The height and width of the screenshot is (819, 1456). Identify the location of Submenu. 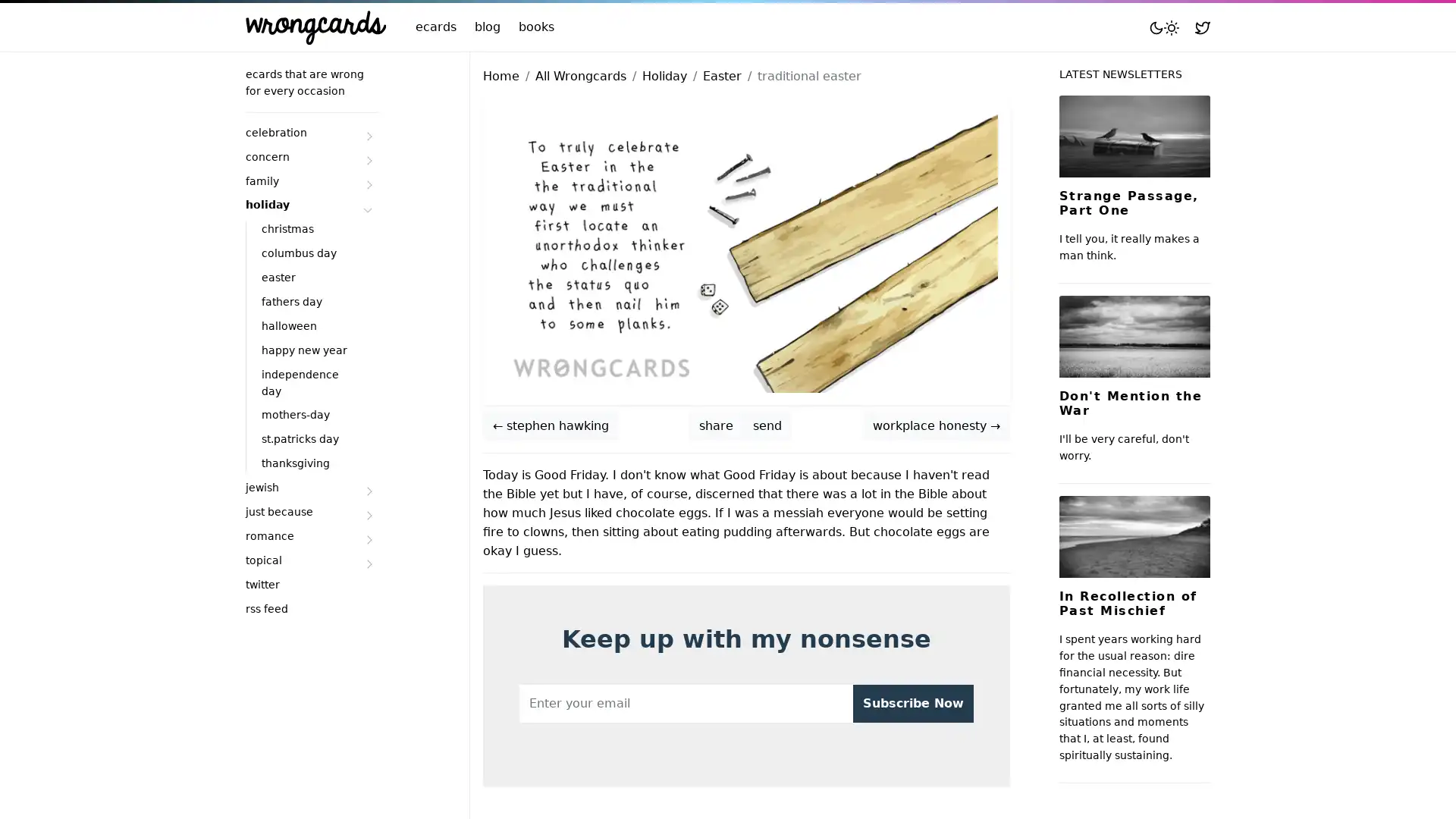
(367, 491).